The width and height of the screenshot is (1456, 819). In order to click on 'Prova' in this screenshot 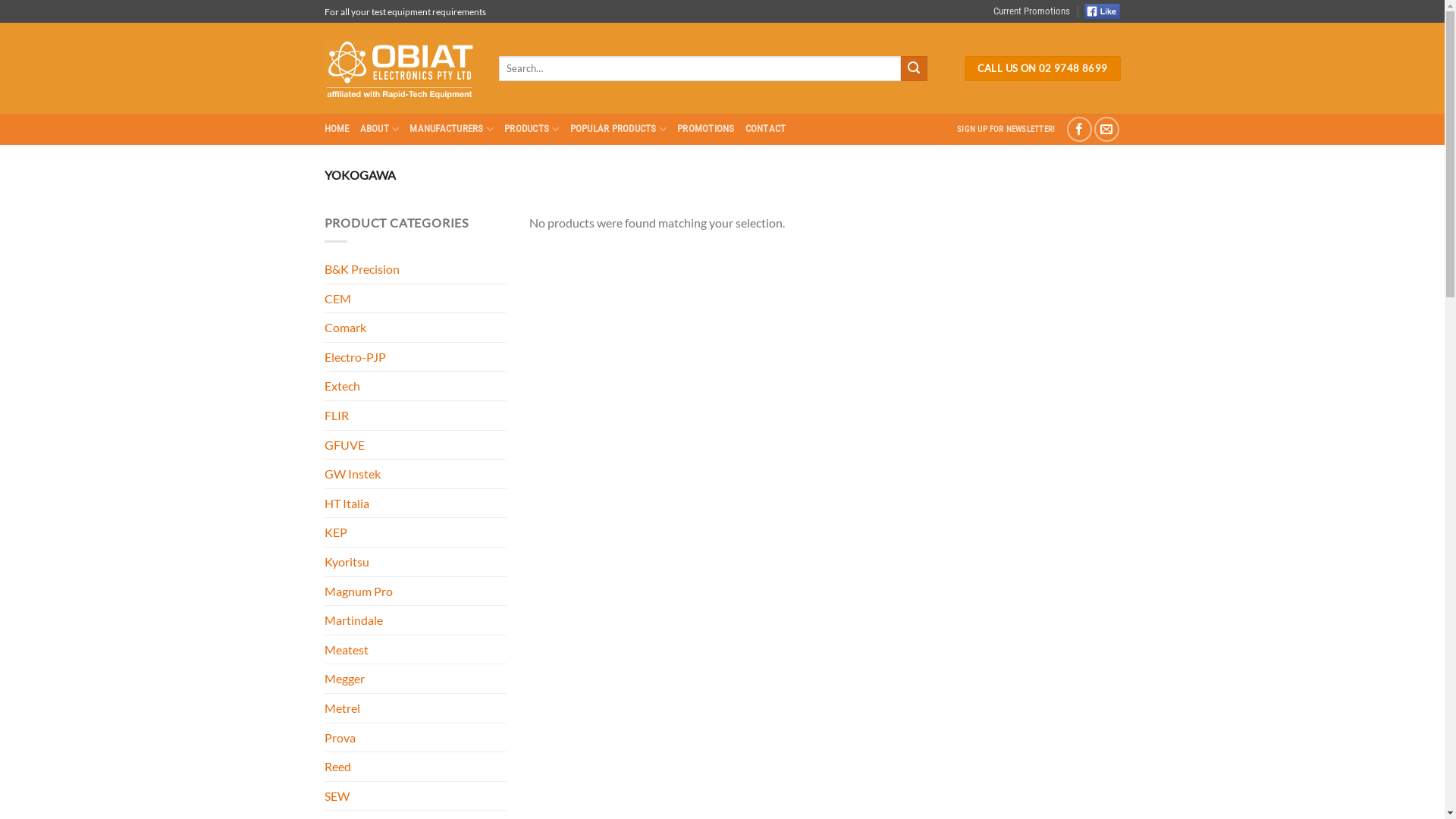, I will do `click(415, 736)`.